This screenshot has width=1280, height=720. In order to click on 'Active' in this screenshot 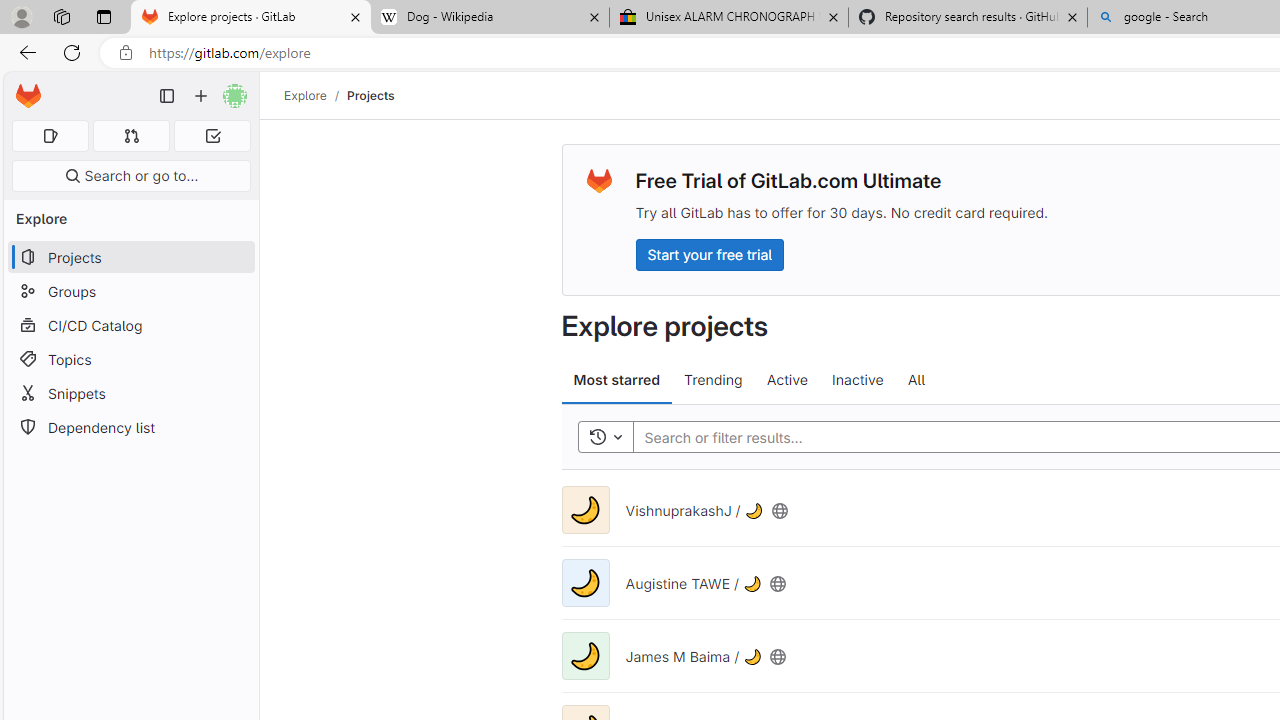, I will do `click(786, 380)`.